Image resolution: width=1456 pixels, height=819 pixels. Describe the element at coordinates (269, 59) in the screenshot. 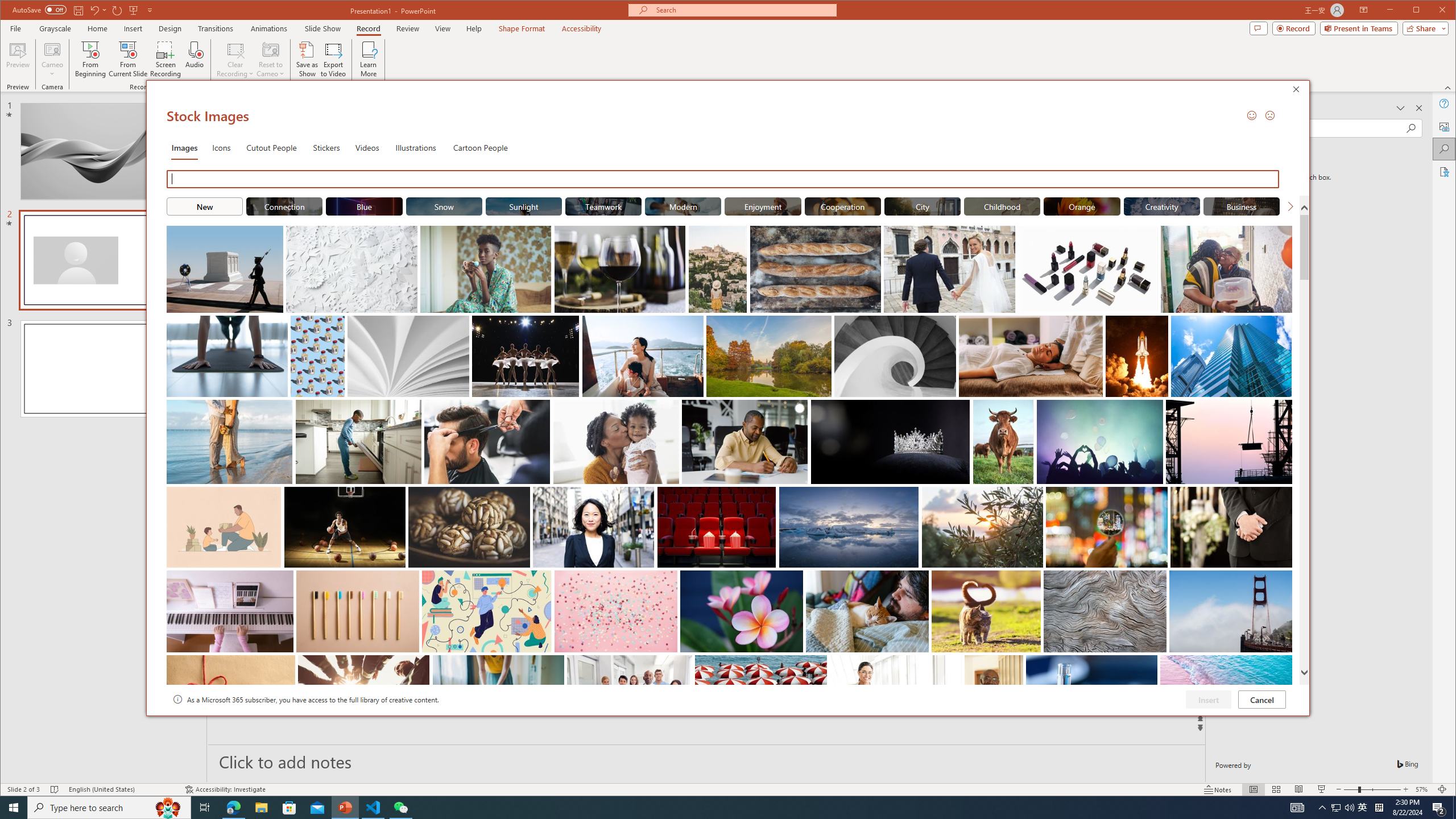

I see `'Reset to Cameo'` at that location.